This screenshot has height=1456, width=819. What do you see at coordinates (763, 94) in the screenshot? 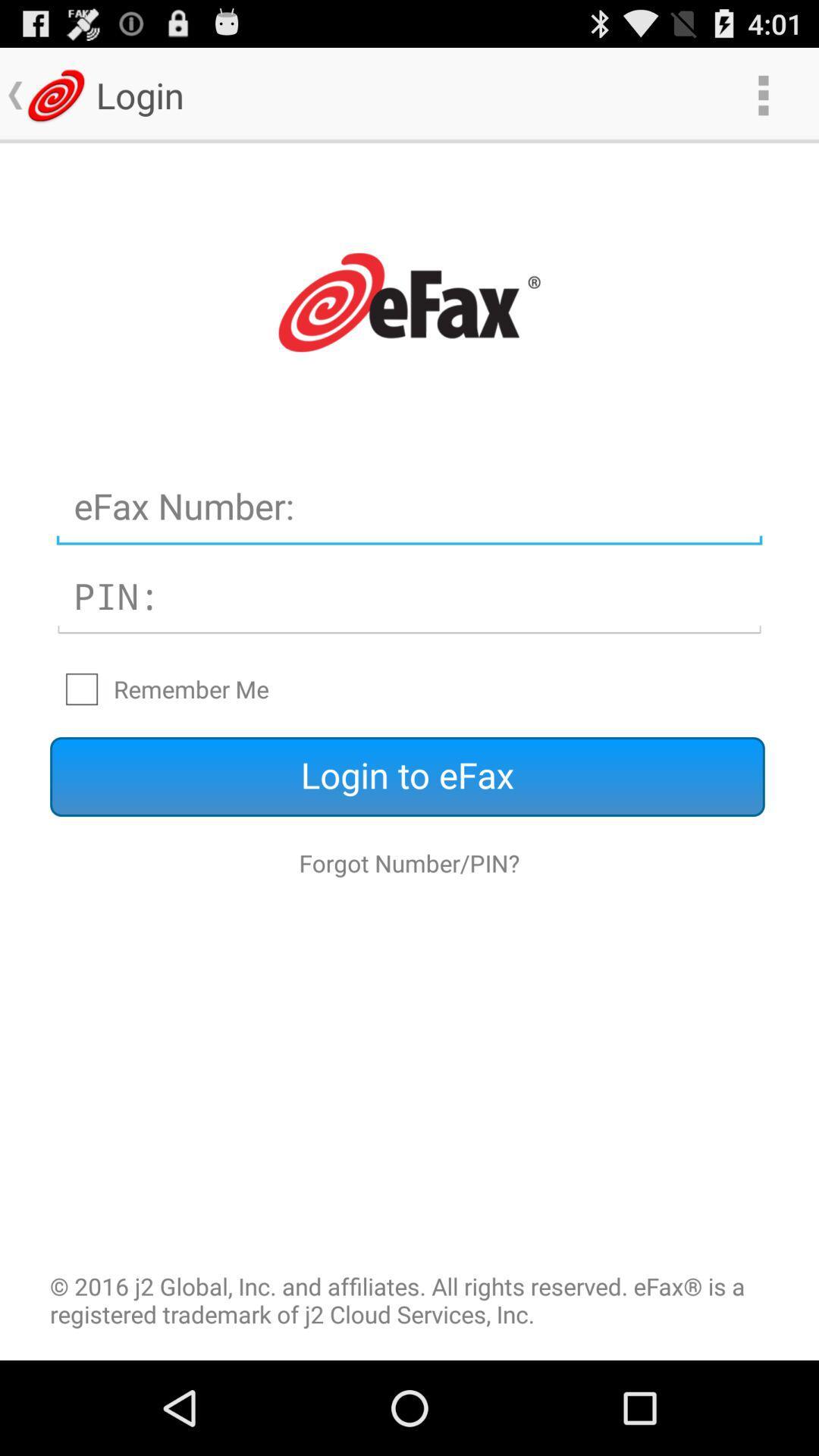
I see `icon to the right of login icon` at bounding box center [763, 94].